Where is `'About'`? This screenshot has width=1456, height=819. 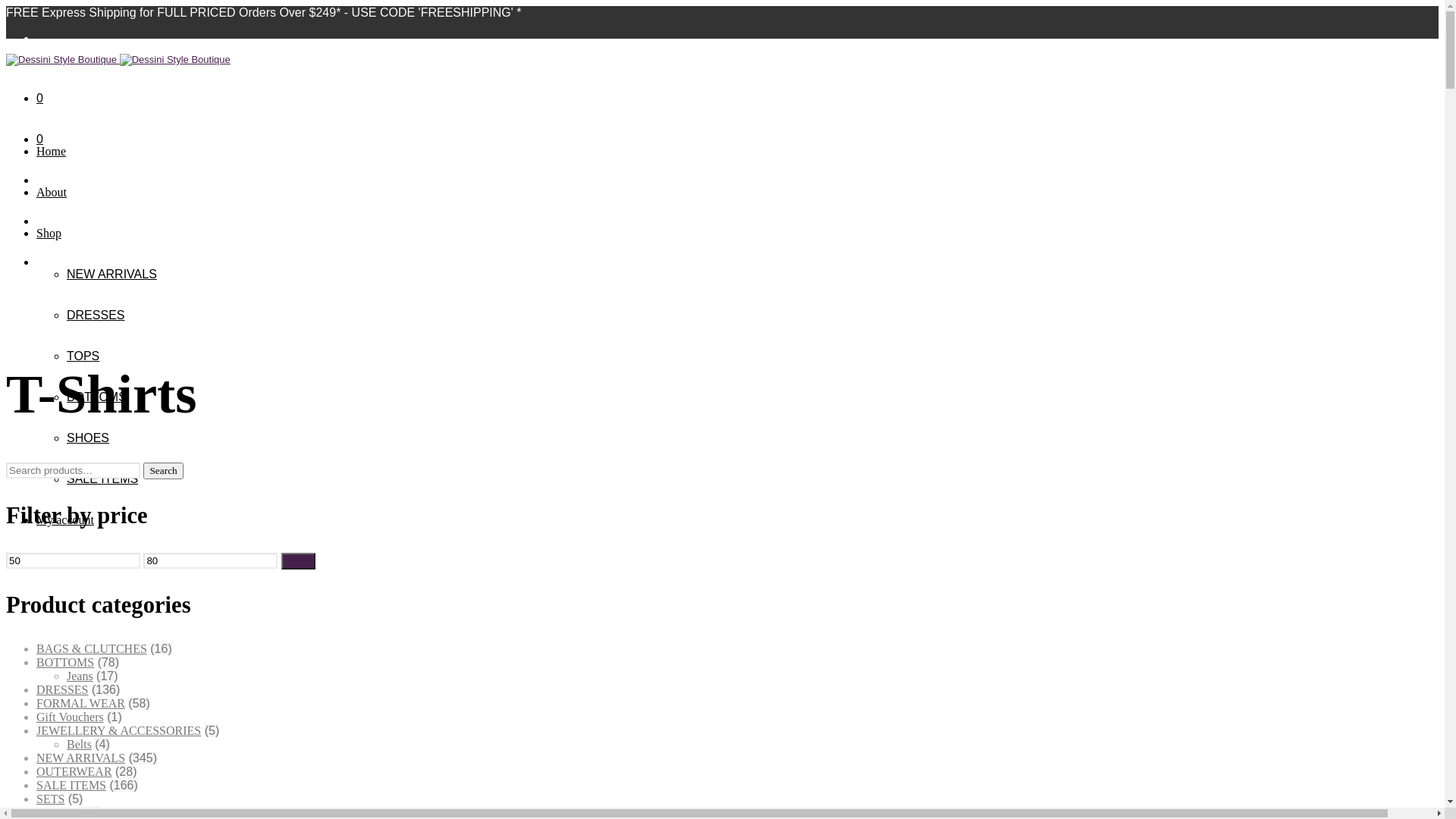
'About' is located at coordinates (51, 191).